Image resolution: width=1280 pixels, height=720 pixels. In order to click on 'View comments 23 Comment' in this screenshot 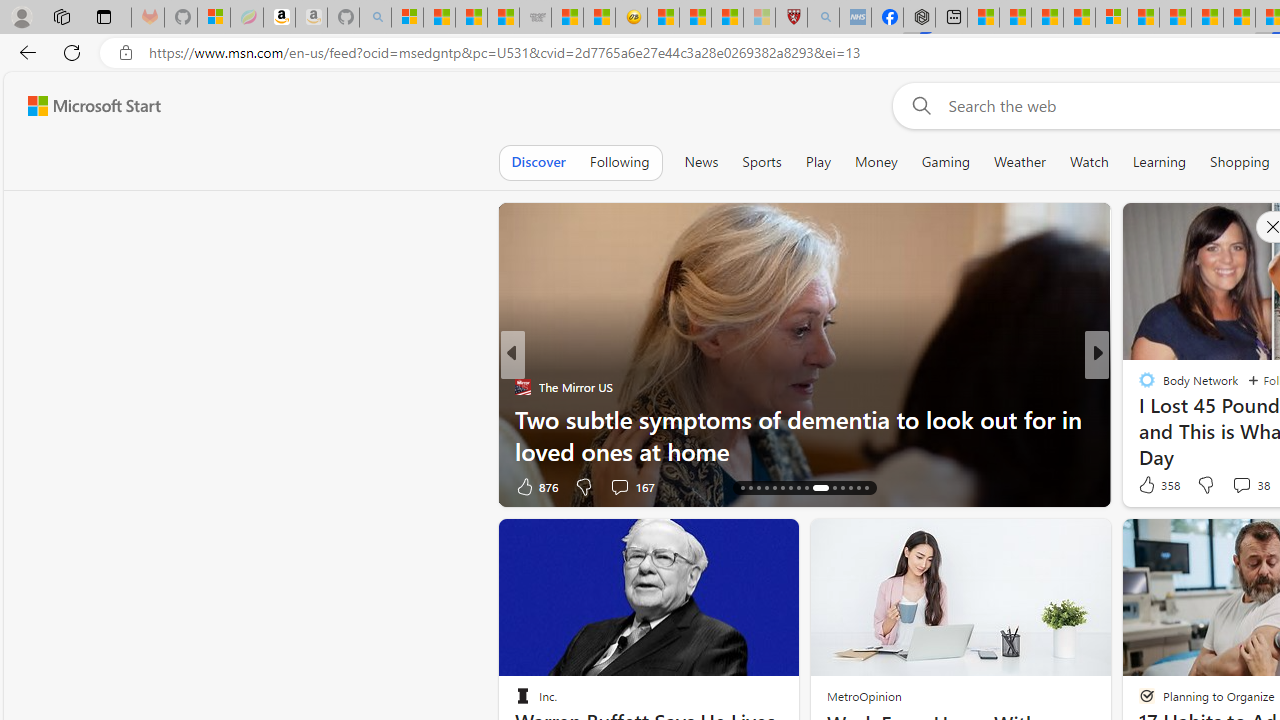, I will do `click(1234, 486)`.